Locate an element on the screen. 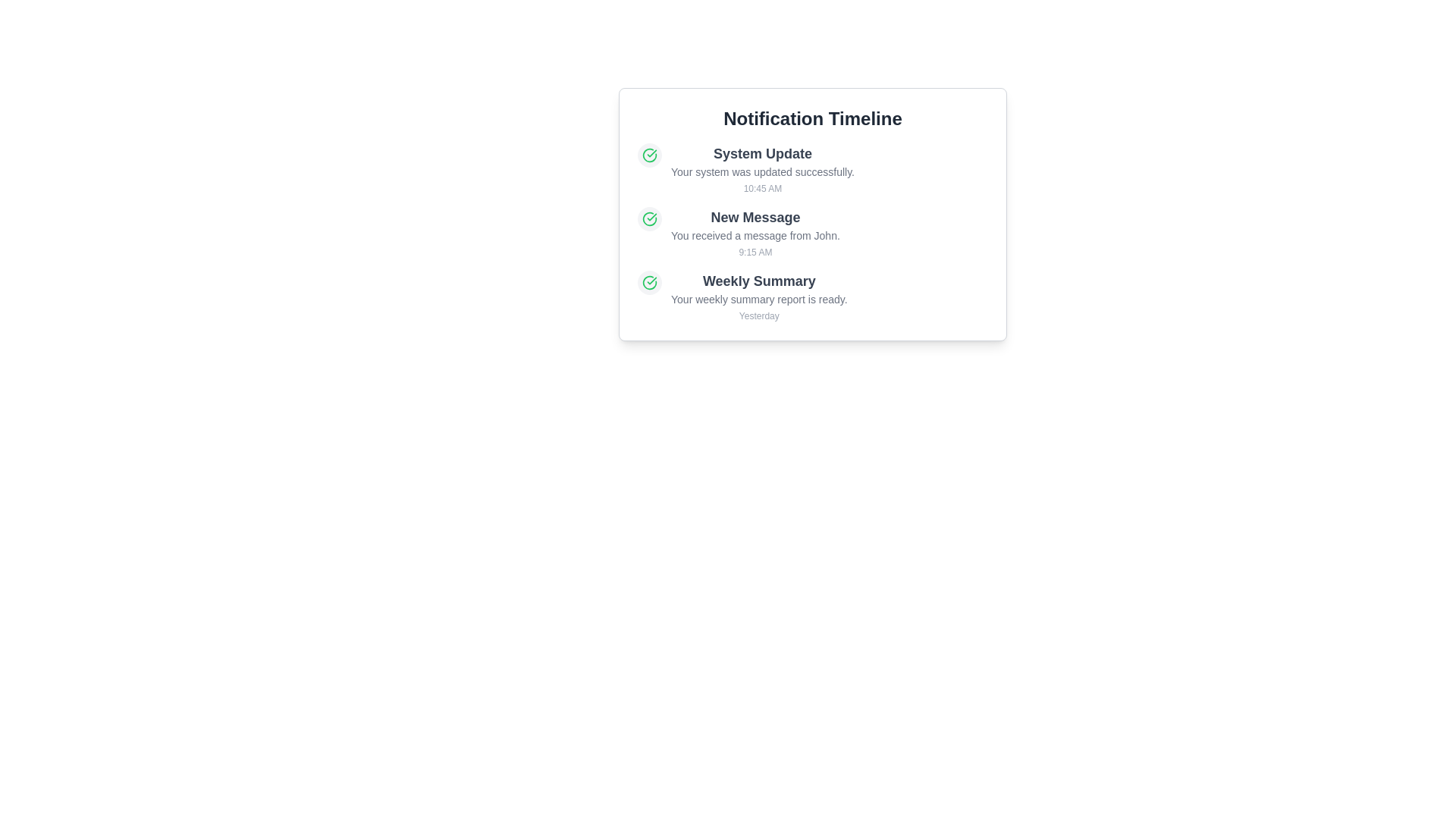 The image size is (1456, 819). the first circular icon with a green outlined checkmark in the timeline interface, located to the left of the 'System Update' notification text is located at coordinates (650, 219).